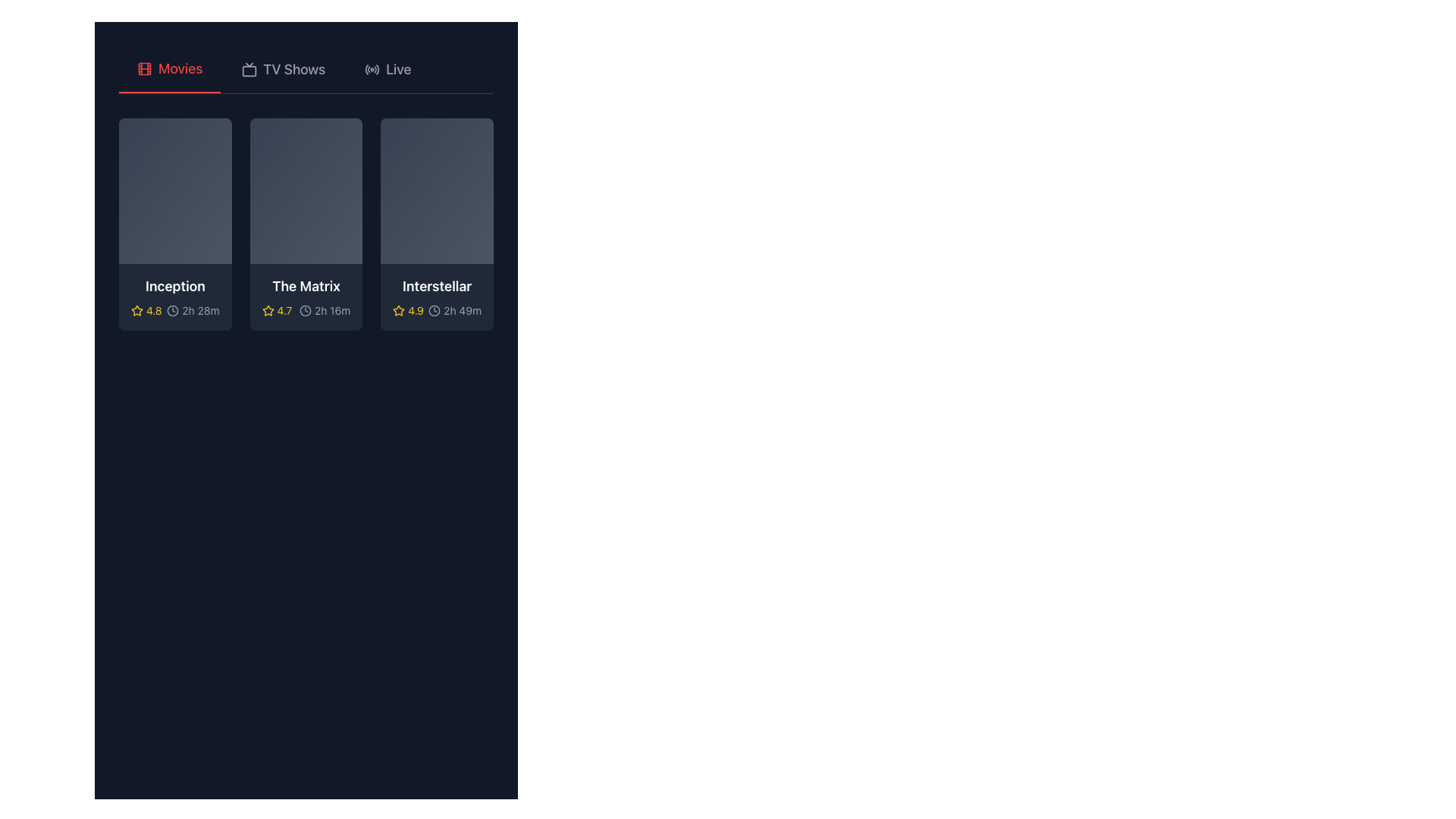  What do you see at coordinates (305, 190) in the screenshot?
I see `the central gradient-shaded rectangular area of the movie tile labeled 'The Matrix'` at bounding box center [305, 190].